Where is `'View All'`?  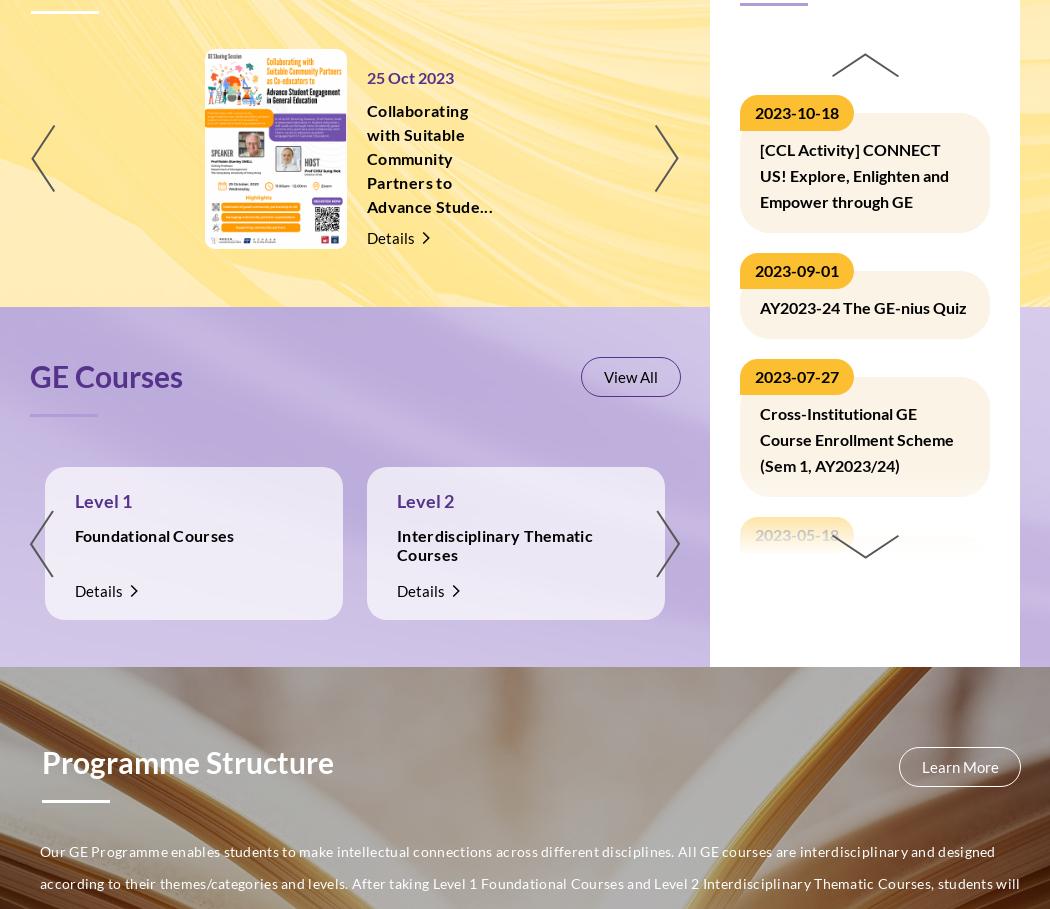 'View All' is located at coordinates (631, 375).